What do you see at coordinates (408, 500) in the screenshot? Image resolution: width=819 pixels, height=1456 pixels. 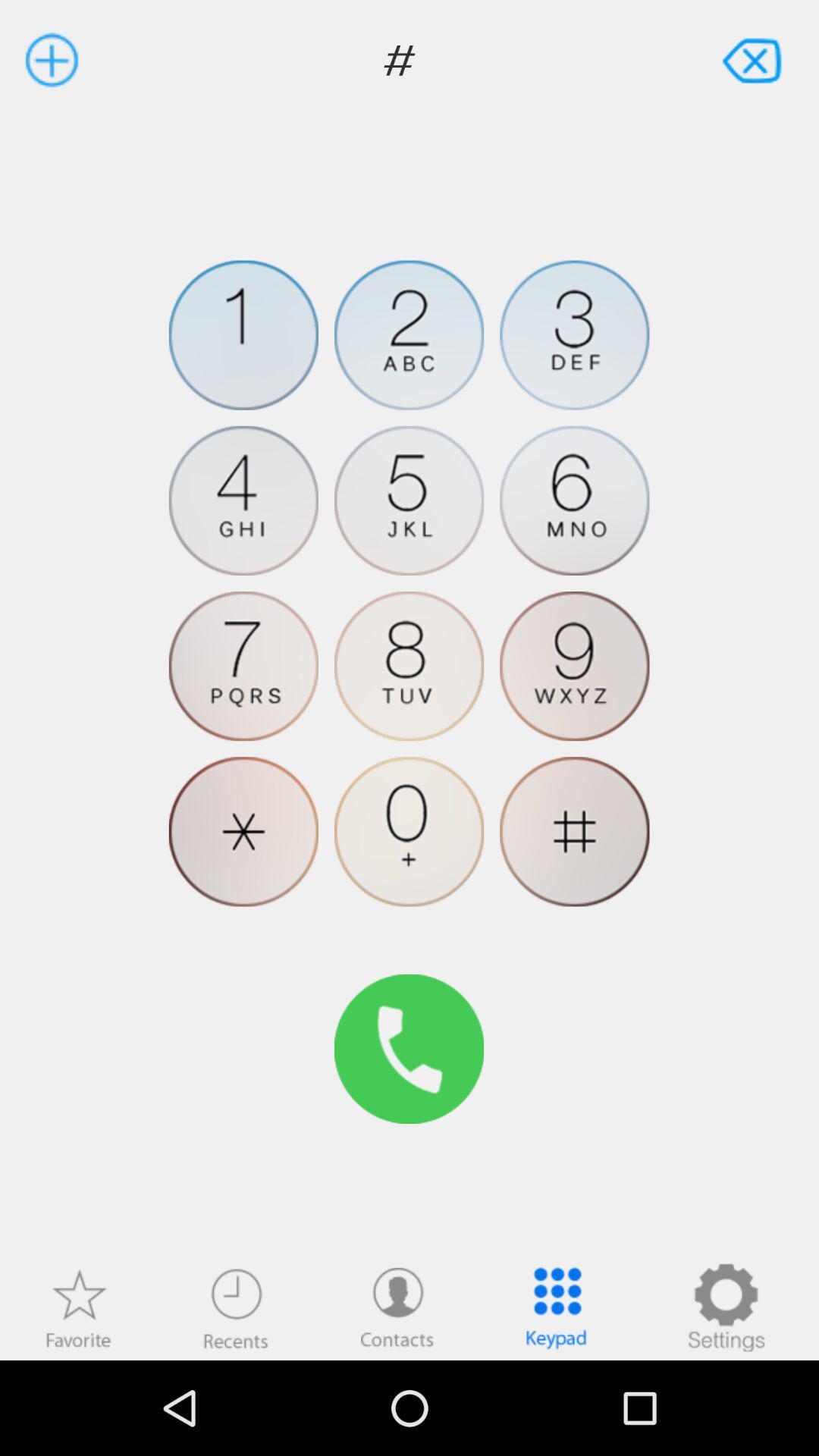 I see `phone number` at bounding box center [408, 500].